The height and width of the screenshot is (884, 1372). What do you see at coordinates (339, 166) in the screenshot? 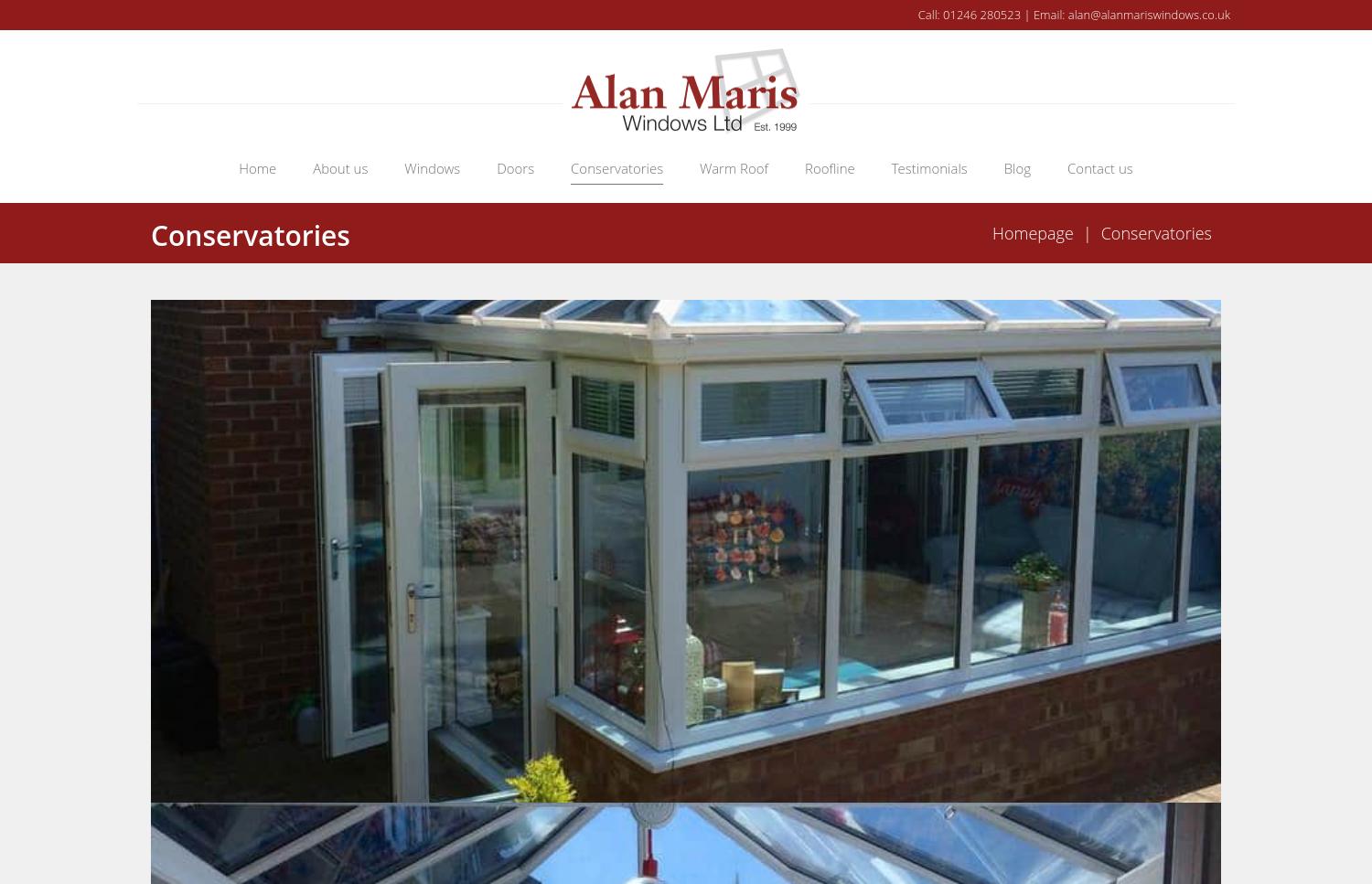
I see `'About us'` at bounding box center [339, 166].